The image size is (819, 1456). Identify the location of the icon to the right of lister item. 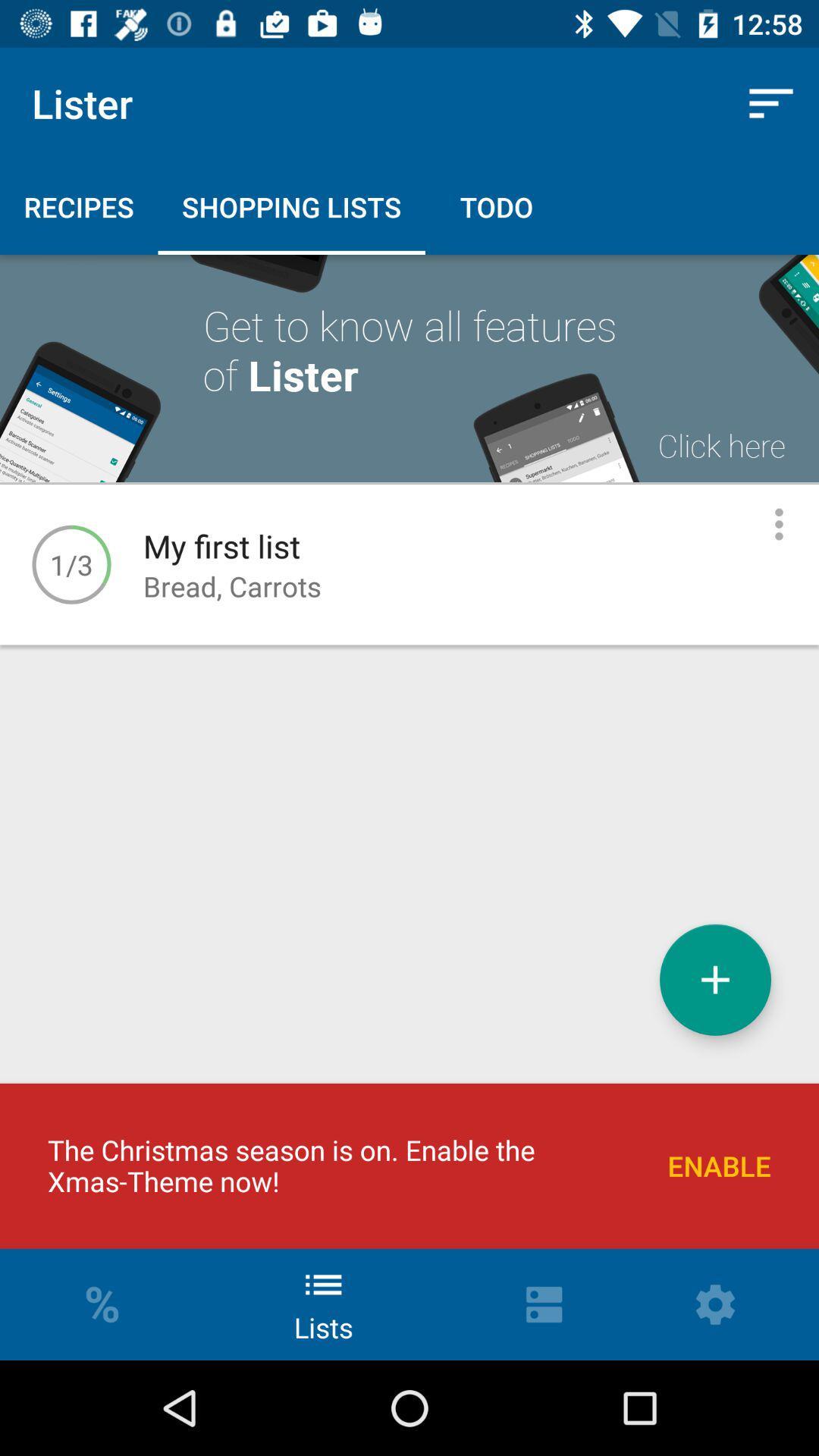
(771, 102).